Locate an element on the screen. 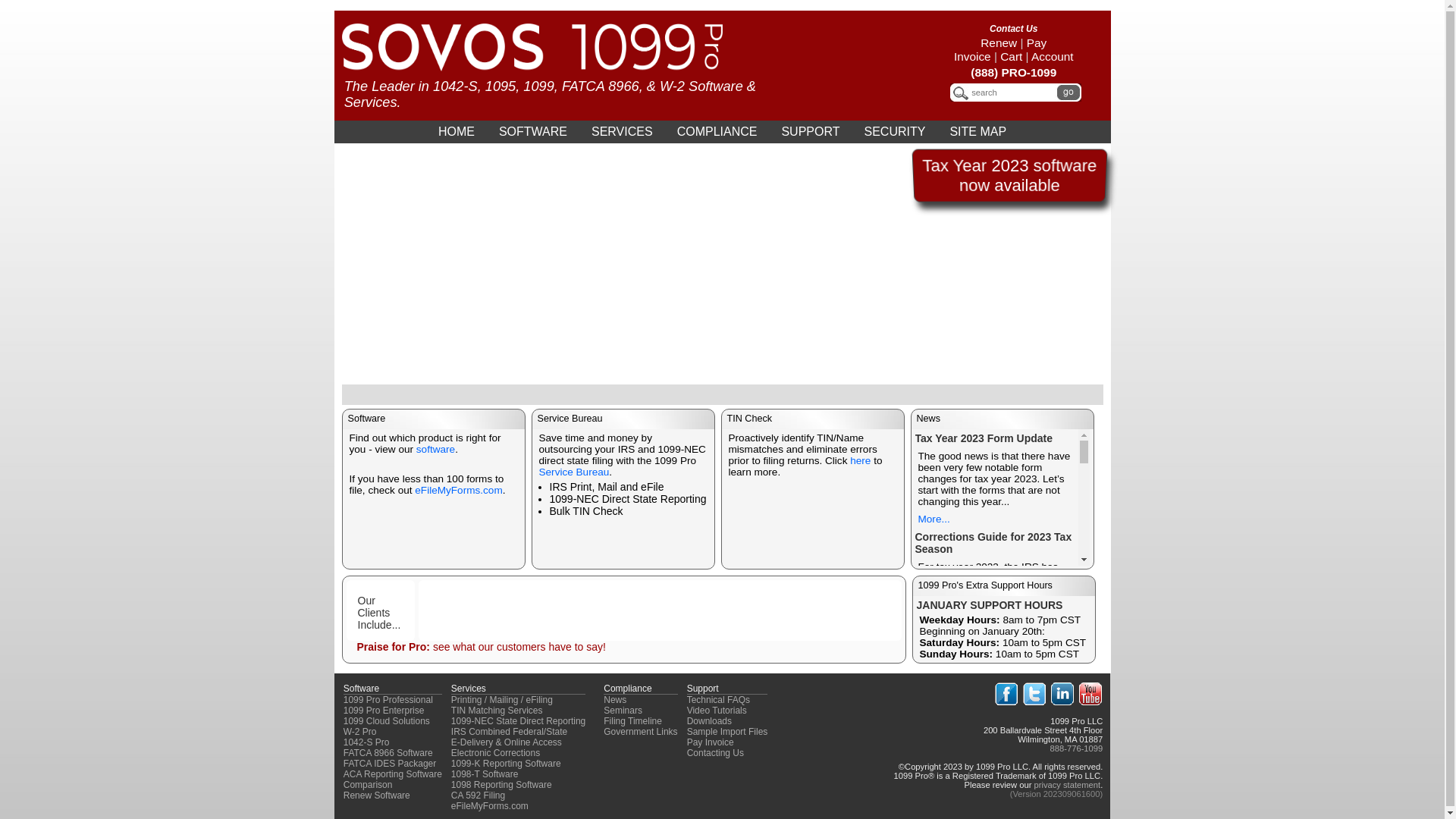  'Downloads' is located at coordinates (708, 720).